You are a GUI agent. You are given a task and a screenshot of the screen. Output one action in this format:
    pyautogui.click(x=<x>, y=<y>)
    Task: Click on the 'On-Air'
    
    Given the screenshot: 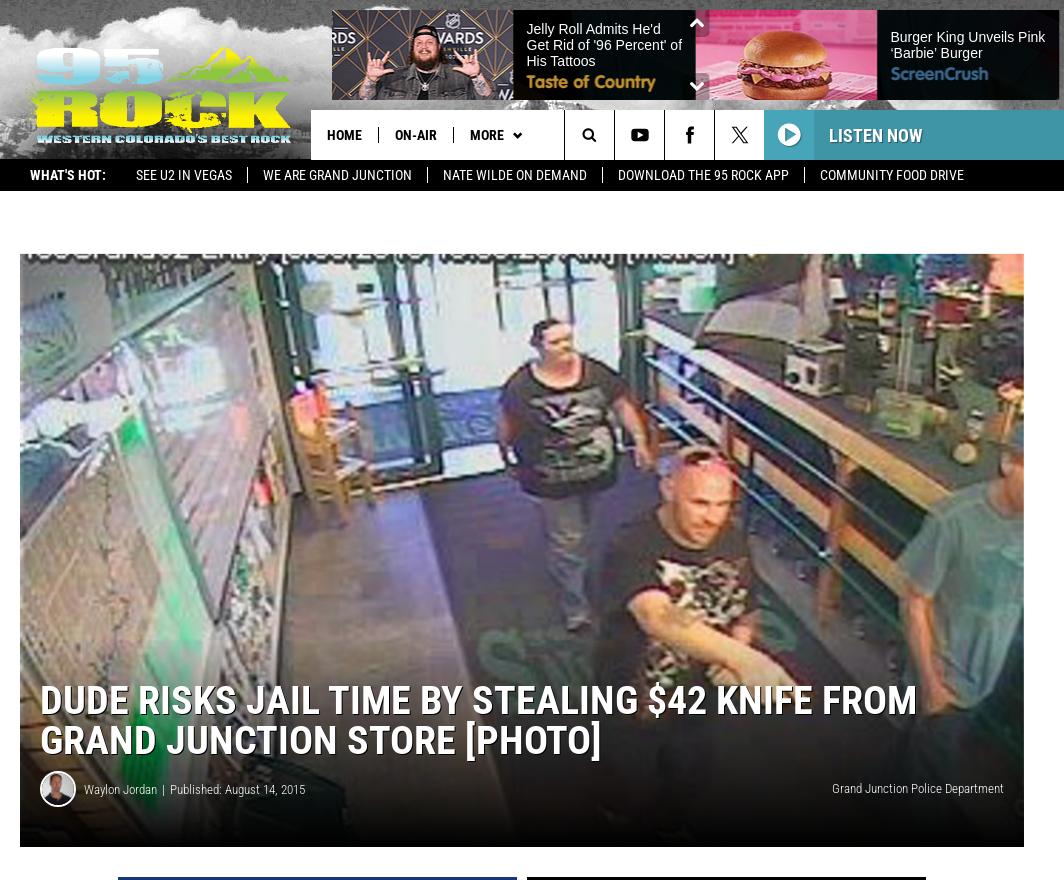 What is the action you would take?
    pyautogui.click(x=416, y=134)
    